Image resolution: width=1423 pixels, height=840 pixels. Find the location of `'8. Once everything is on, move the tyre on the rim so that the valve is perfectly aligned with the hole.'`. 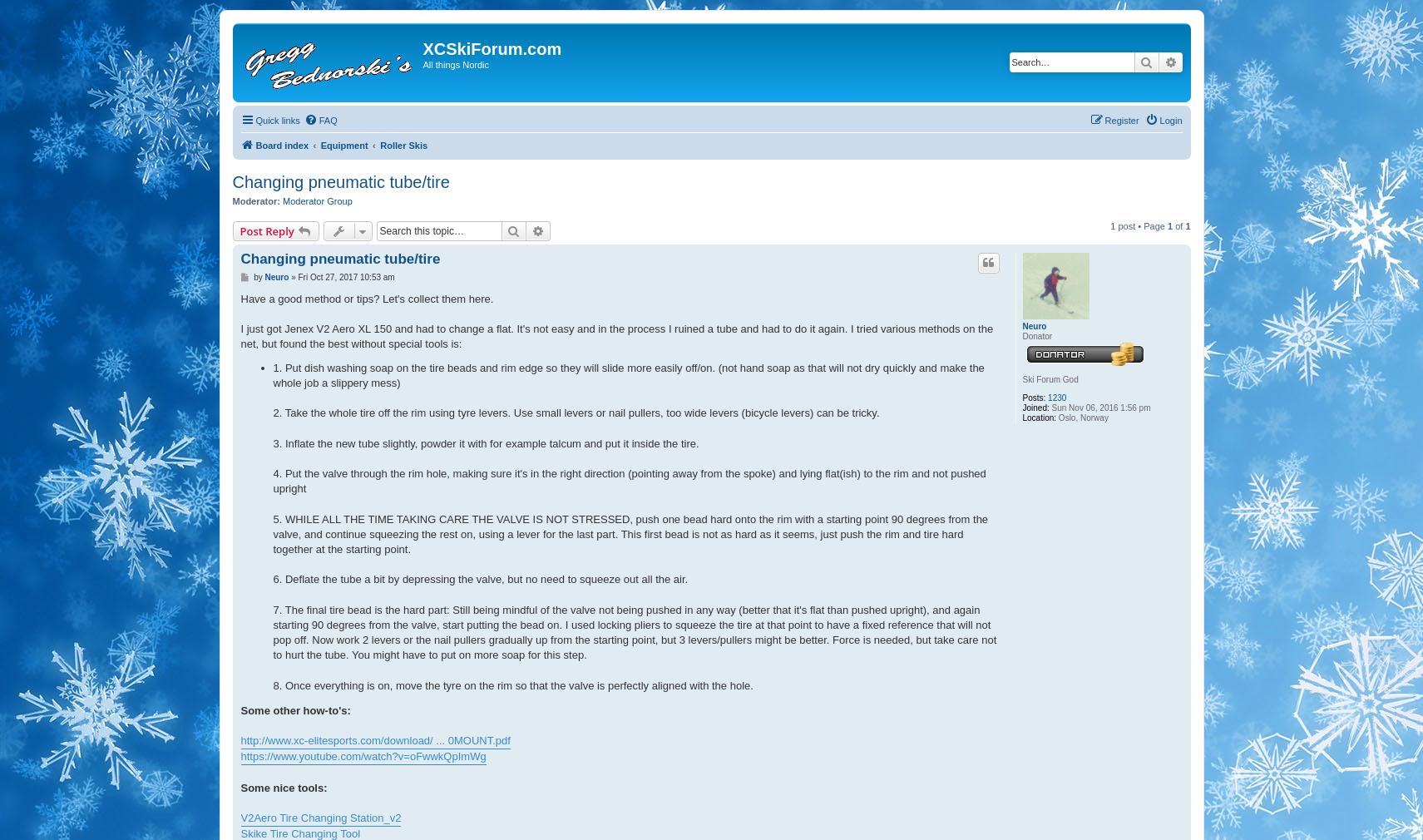

'8. Once everything is on, move the tyre on the rim so that the valve is perfectly aligned with the hole.' is located at coordinates (511, 684).